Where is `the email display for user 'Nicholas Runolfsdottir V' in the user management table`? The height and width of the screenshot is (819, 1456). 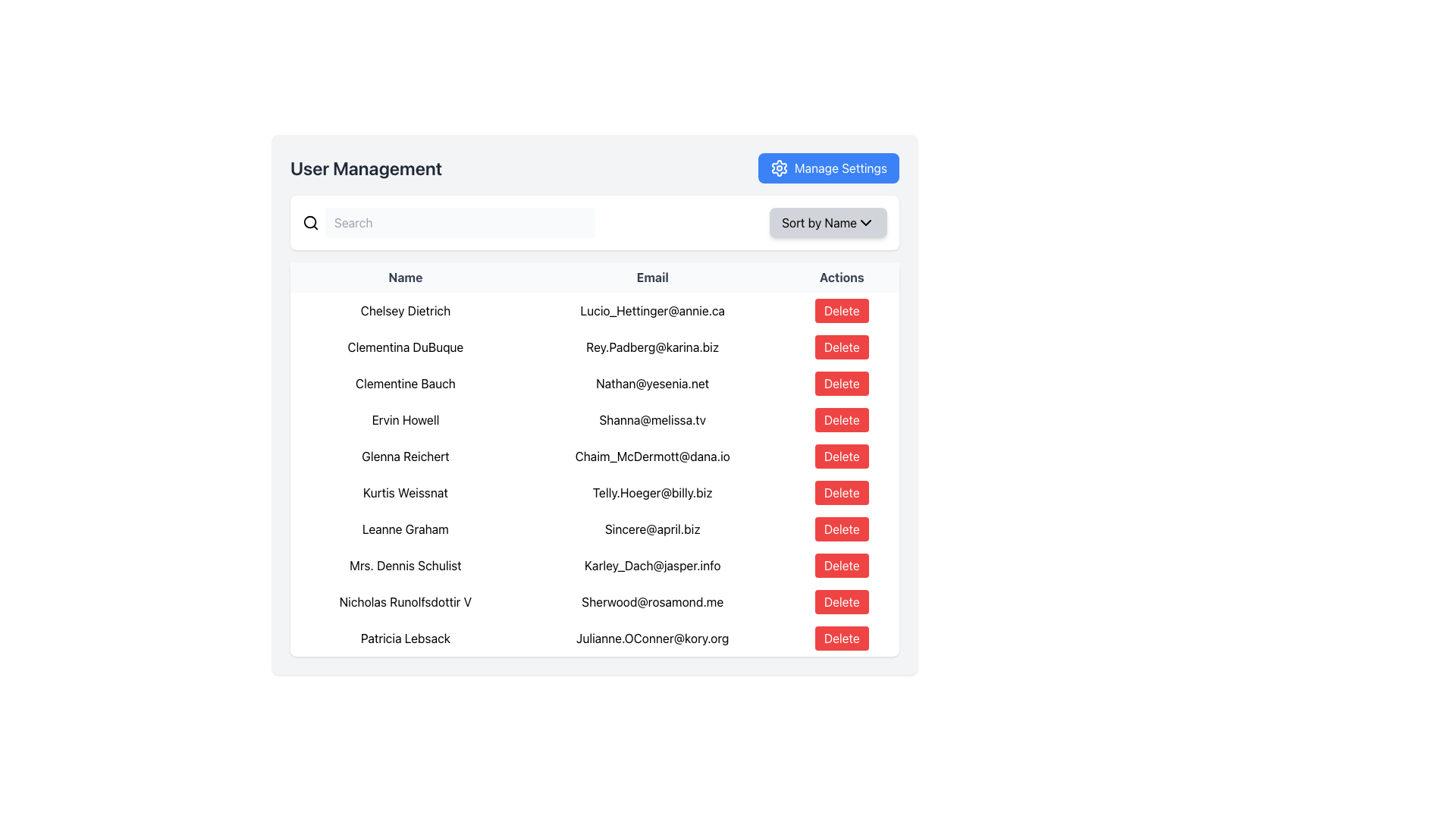
the email display for user 'Nicholas Runolfsdottir V' in the user management table is located at coordinates (652, 601).